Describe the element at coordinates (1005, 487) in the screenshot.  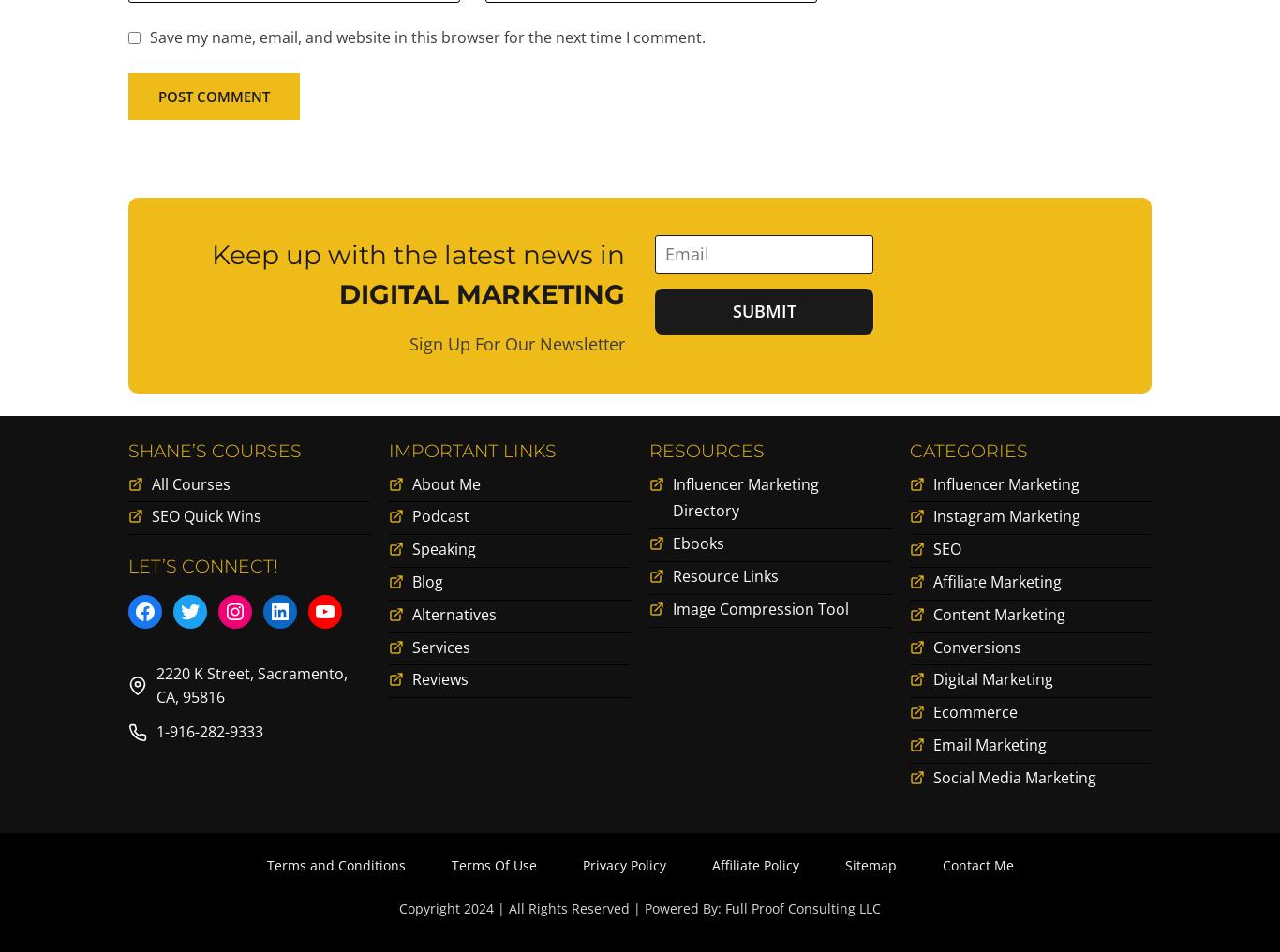
I see `'Influencer Marketing'` at that location.